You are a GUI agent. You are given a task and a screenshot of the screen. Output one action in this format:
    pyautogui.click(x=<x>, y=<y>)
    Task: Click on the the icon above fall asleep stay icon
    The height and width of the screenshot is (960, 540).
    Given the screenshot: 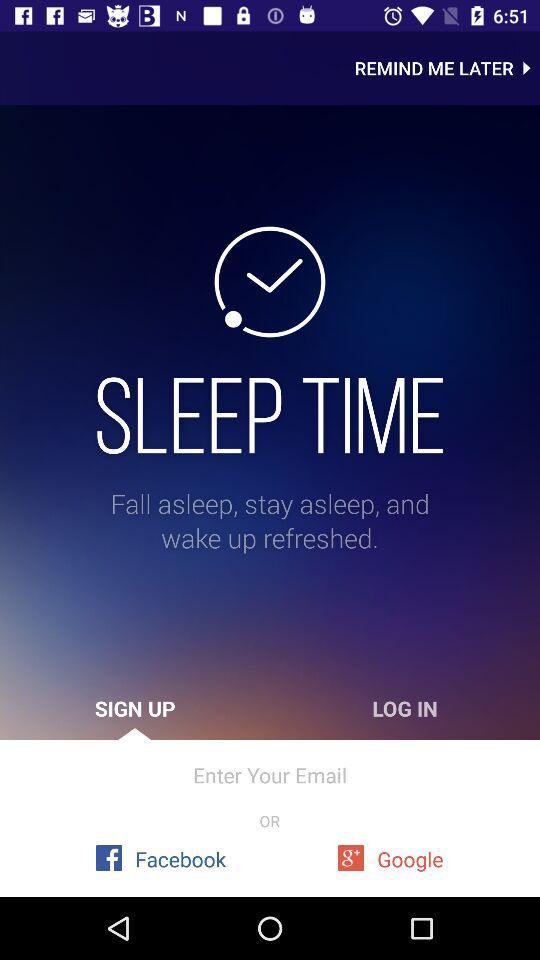 What is the action you would take?
    pyautogui.click(x=270, y=414)
    